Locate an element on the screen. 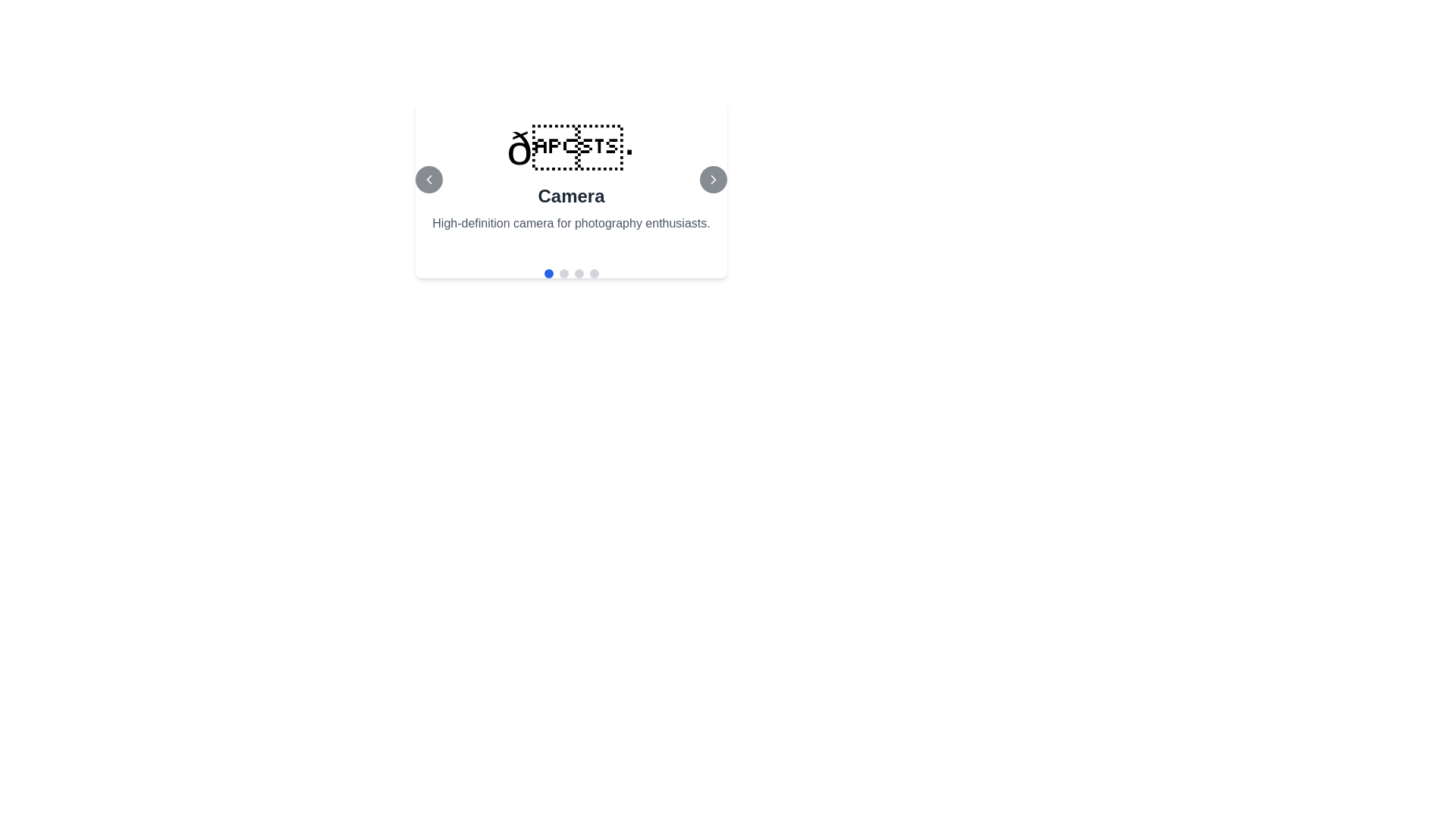 The width and height of the screenshot is (1456, 819). the decorative symbol located above the 'Camera' title in the 'Camera' section, which enhances the visual appeal of the UI is located at coordinates (570, 149).